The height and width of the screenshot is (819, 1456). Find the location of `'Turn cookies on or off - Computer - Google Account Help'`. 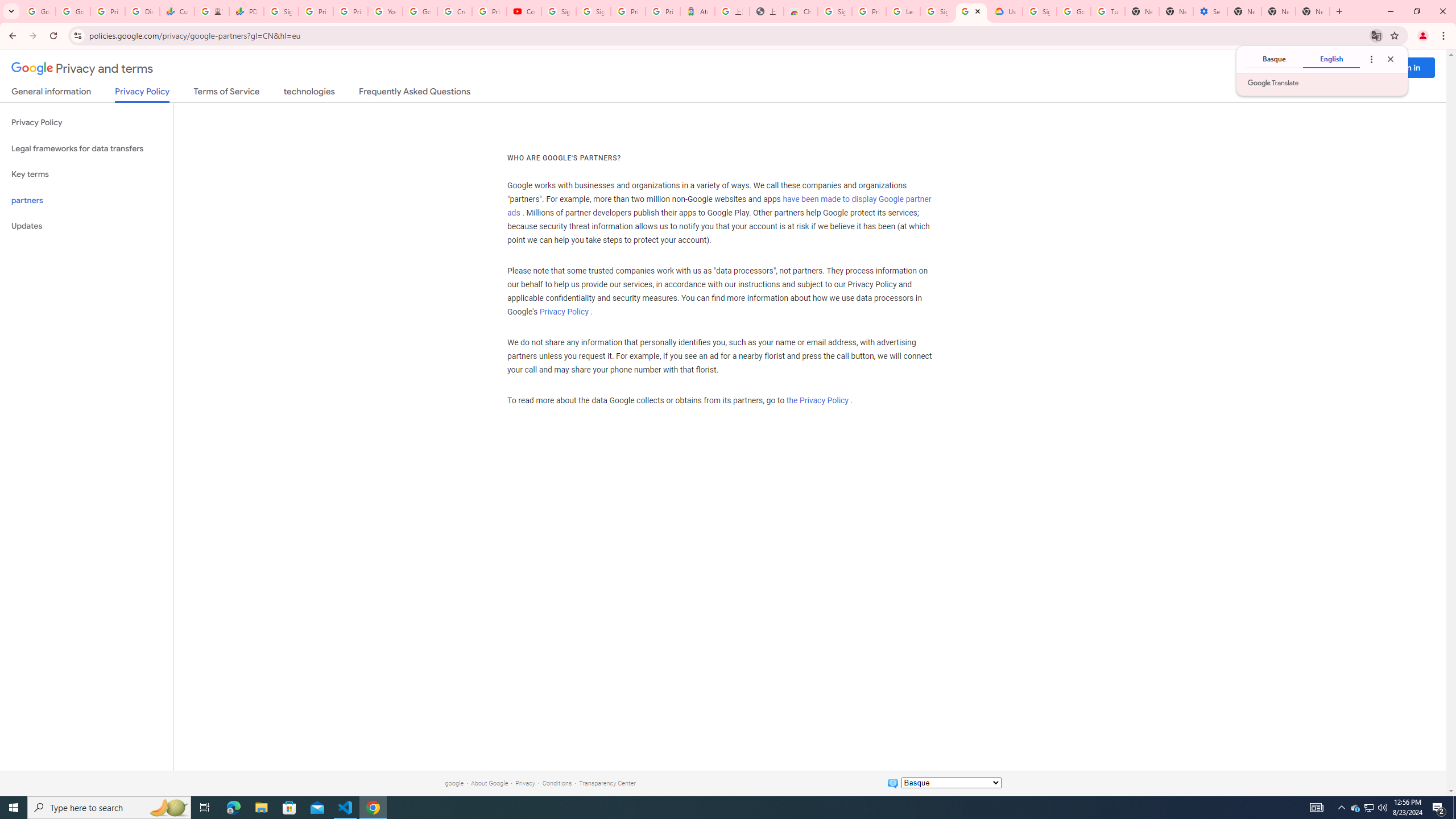

'Turn cookies on or off - Computer - Google Account Help' is located at coordinates (1108, 11).